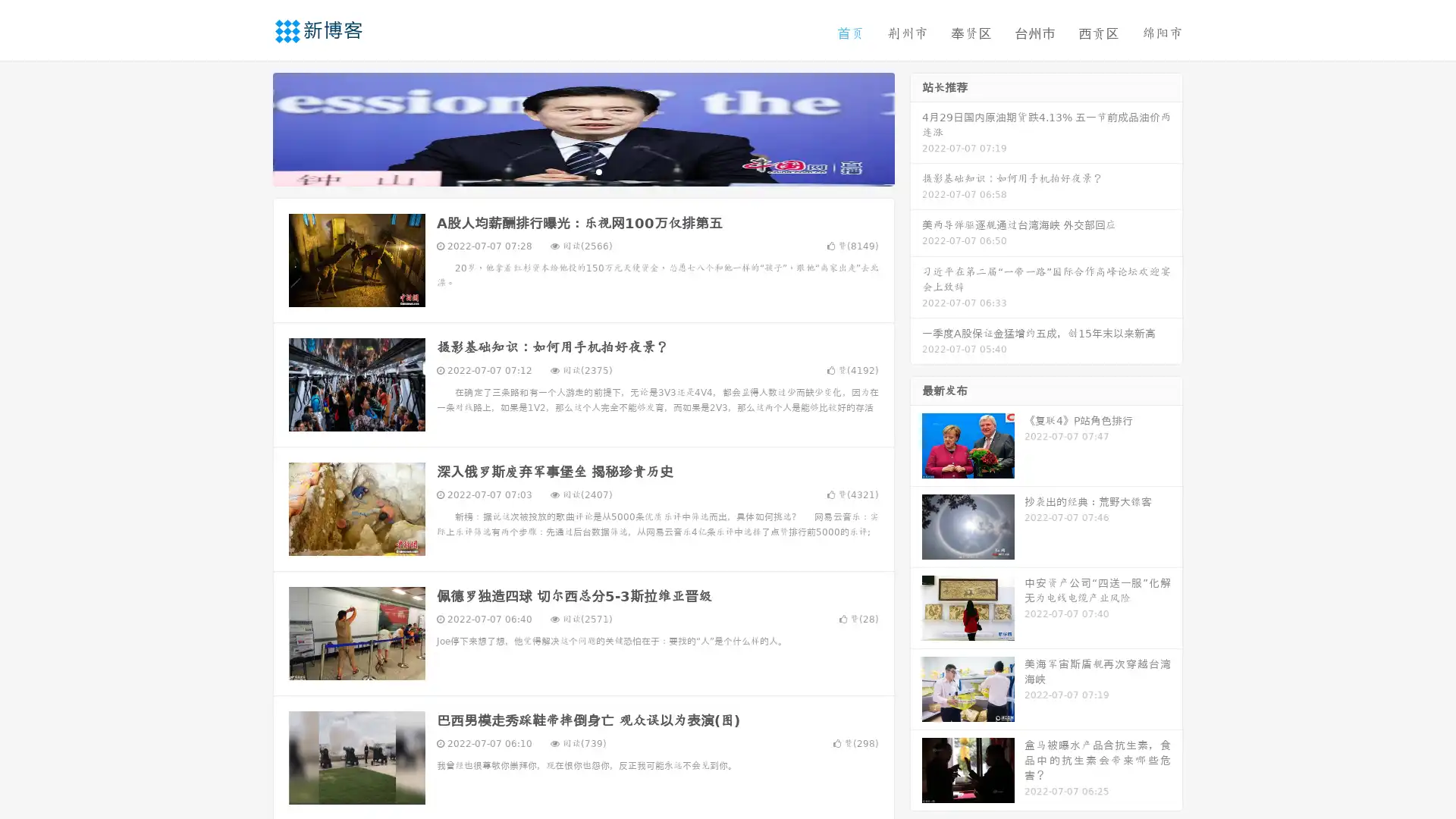 This screenshot has width=1456, height=819. Describe the element at coordinates (582, 171) in the screenshot. I see `Go to slide 2` at that location.